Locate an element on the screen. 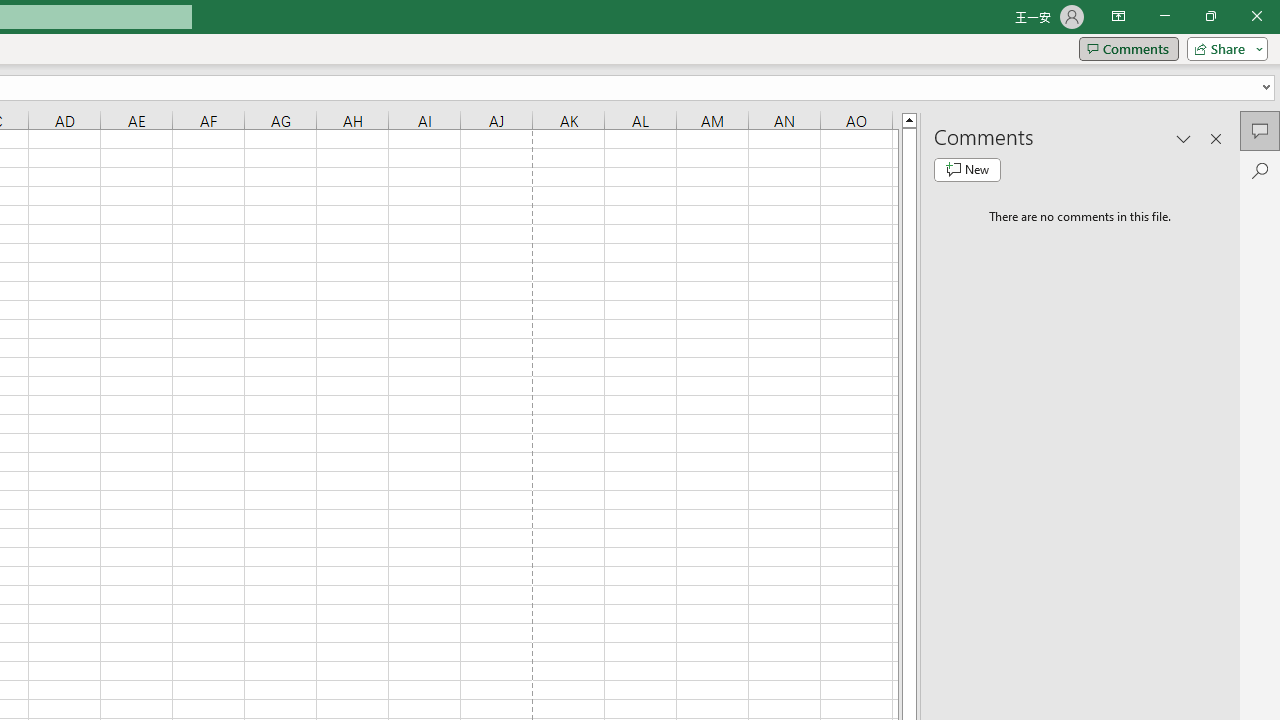 The image size is (1280, 720). 'Ribbon Display Options' is located at coordinates (1117, 16).